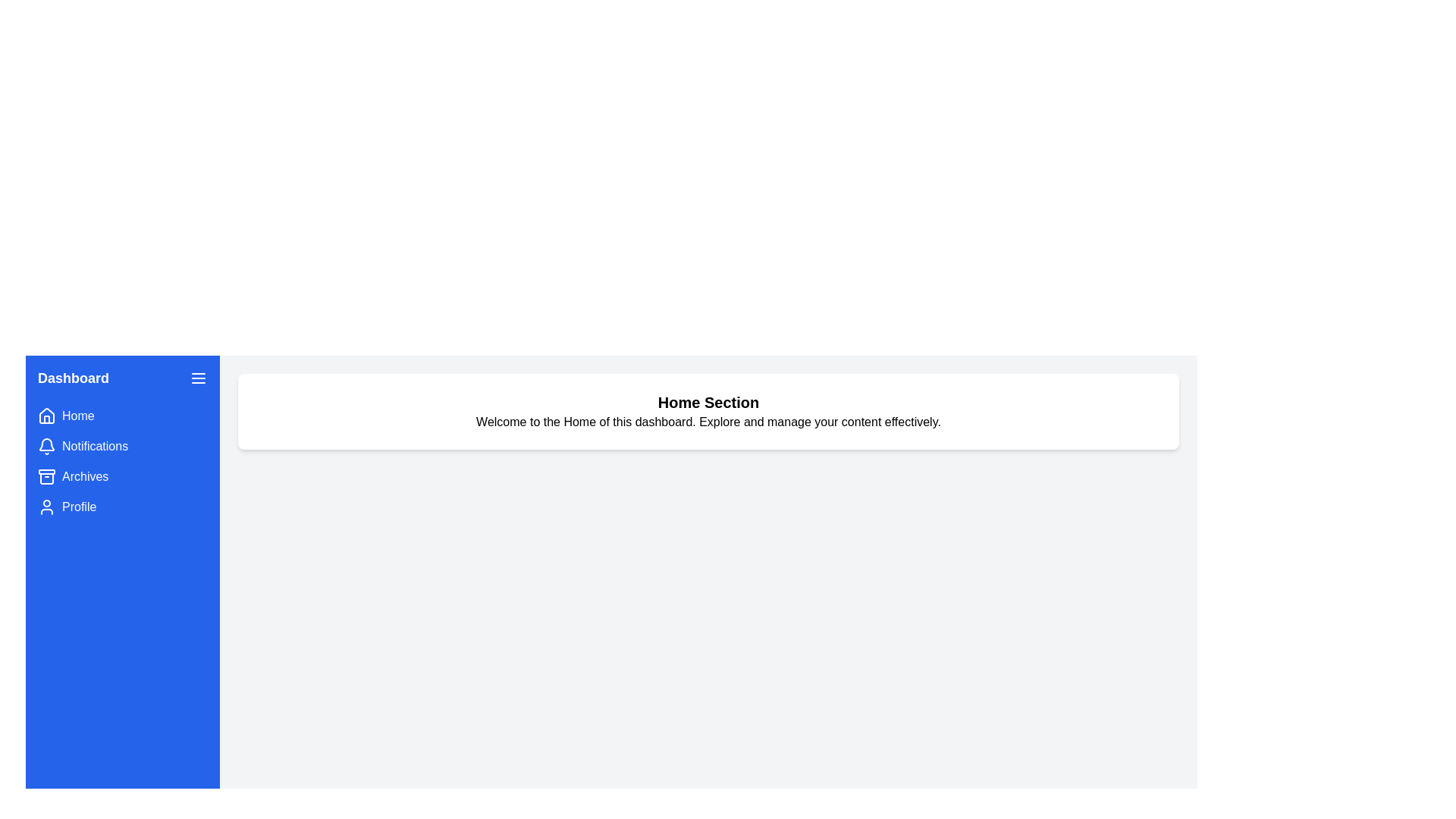  Describe the element at coordinates (198, 377) in the screenshot. I see `the toggle button in the top-right corner of the left sidebar, which is represented by three stacked lines on a blue background` at that location.